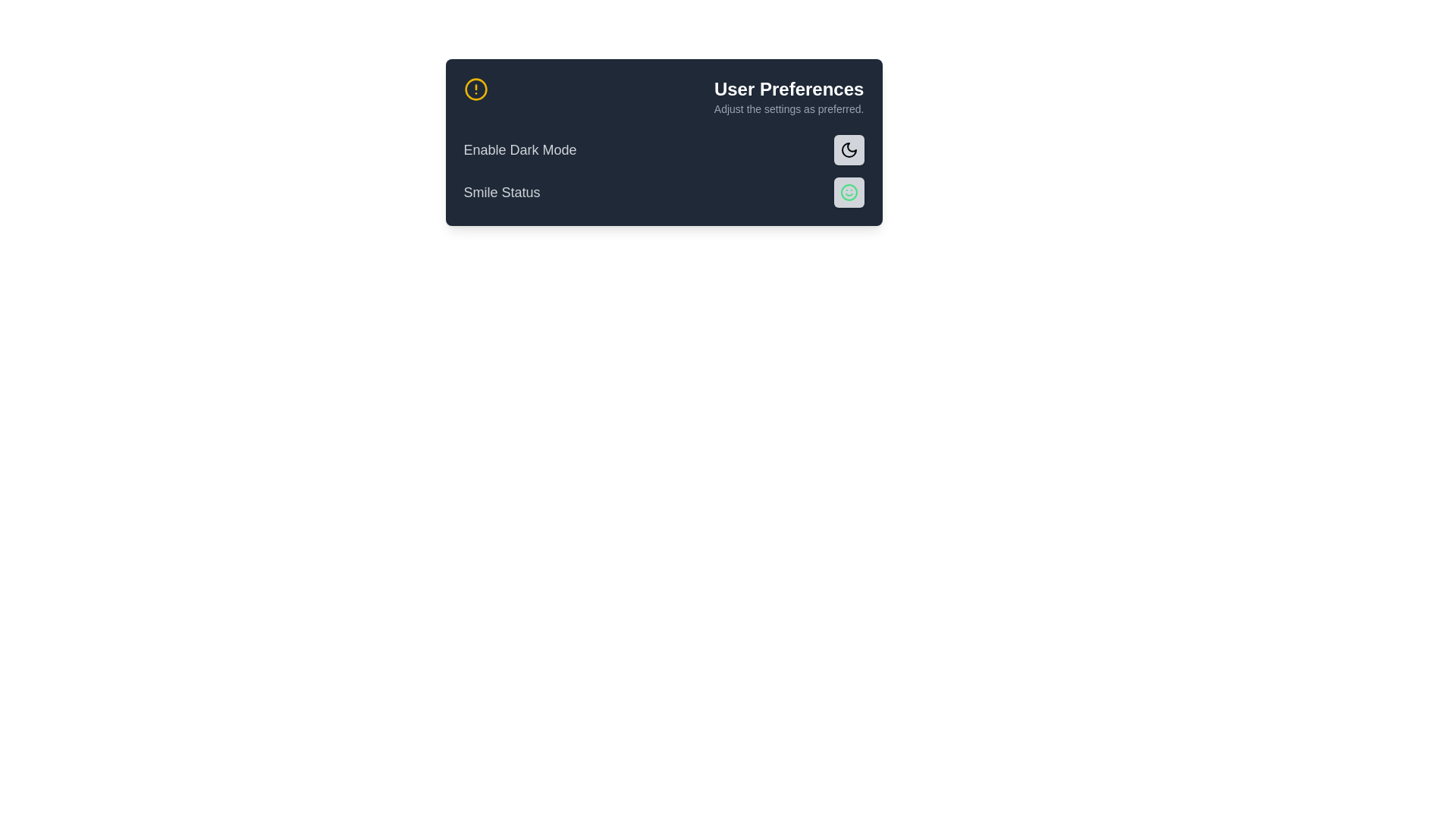 The height and width of the screenshot is (819, 1456). Describe the element at coordinates (848, 192) in the screenshot. I see `the outer circular part of the smiley face icon, which conveys a positive emotional status, located adjacent to the 'Smile Status' label in the right area of the card-like component` at that location.